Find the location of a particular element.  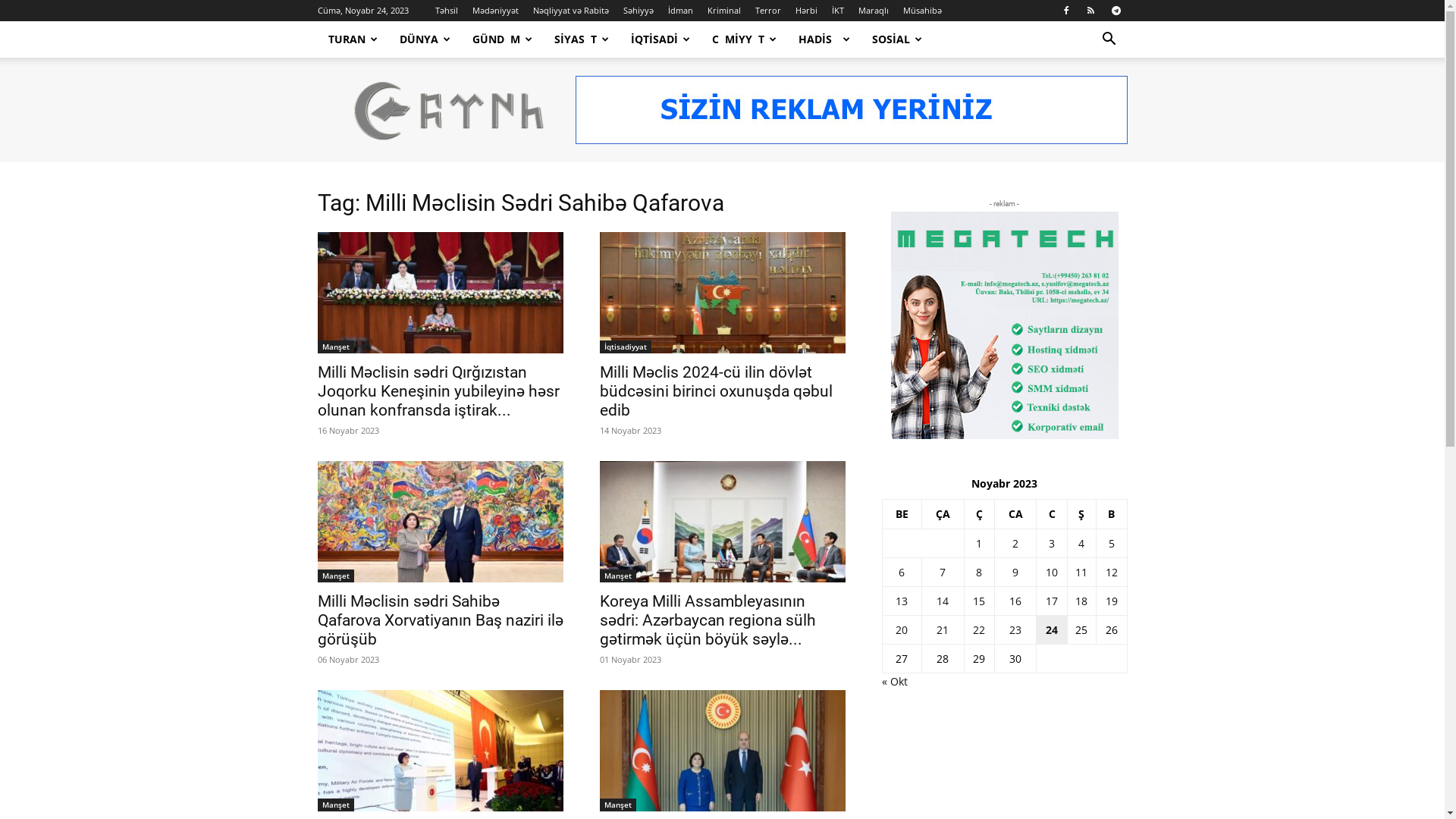

'23' is located at coordinates (1015, 629).